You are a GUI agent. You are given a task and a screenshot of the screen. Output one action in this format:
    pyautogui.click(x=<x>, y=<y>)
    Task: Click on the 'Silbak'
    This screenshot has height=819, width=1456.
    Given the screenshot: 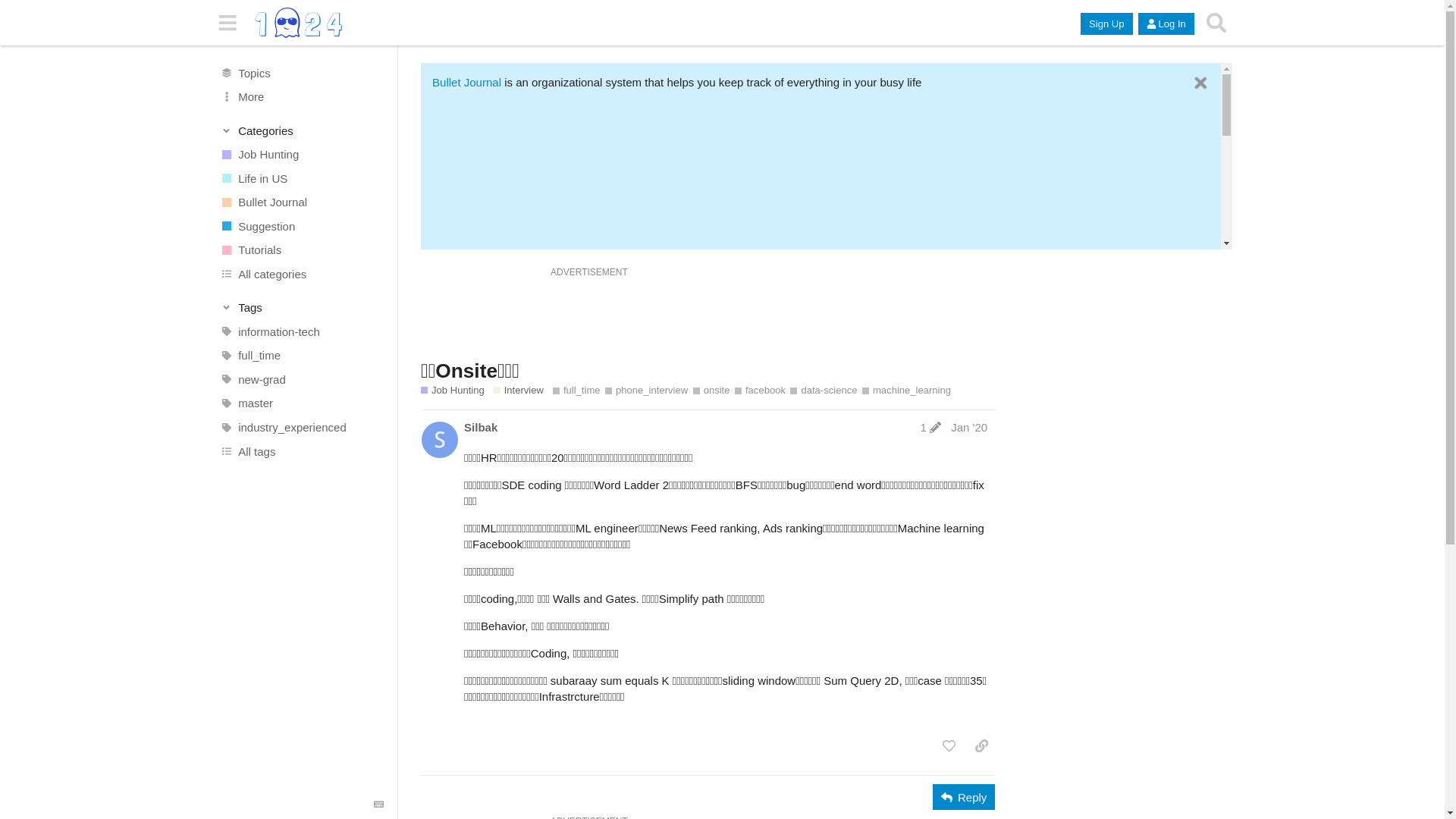 What is the action you would take?
    pyautogui.click(x=479, y=427)
    